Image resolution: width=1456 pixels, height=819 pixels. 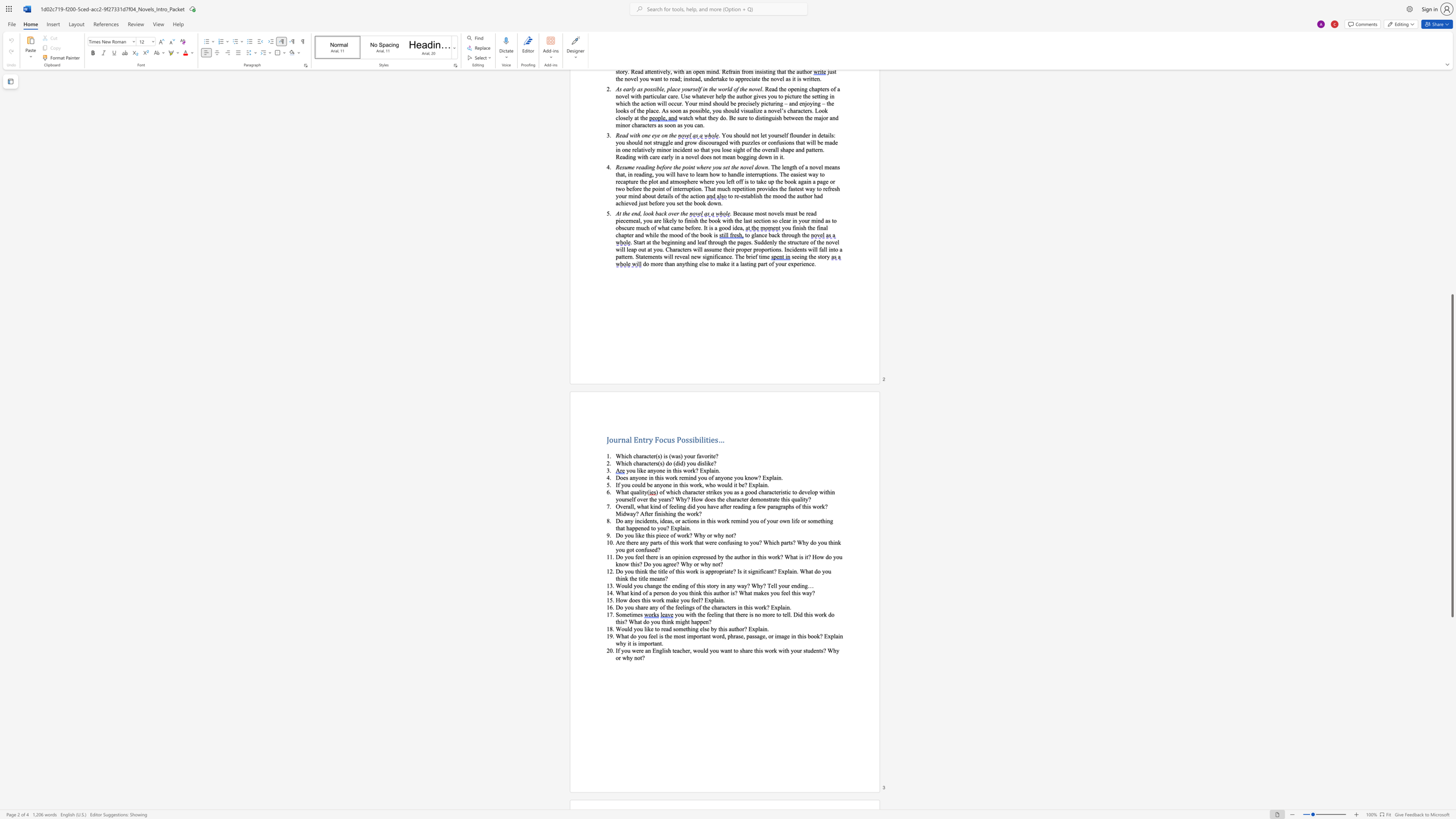 I want to click on the space between the continuous character "u" and "a" in the text, so click(x=636, y=491).